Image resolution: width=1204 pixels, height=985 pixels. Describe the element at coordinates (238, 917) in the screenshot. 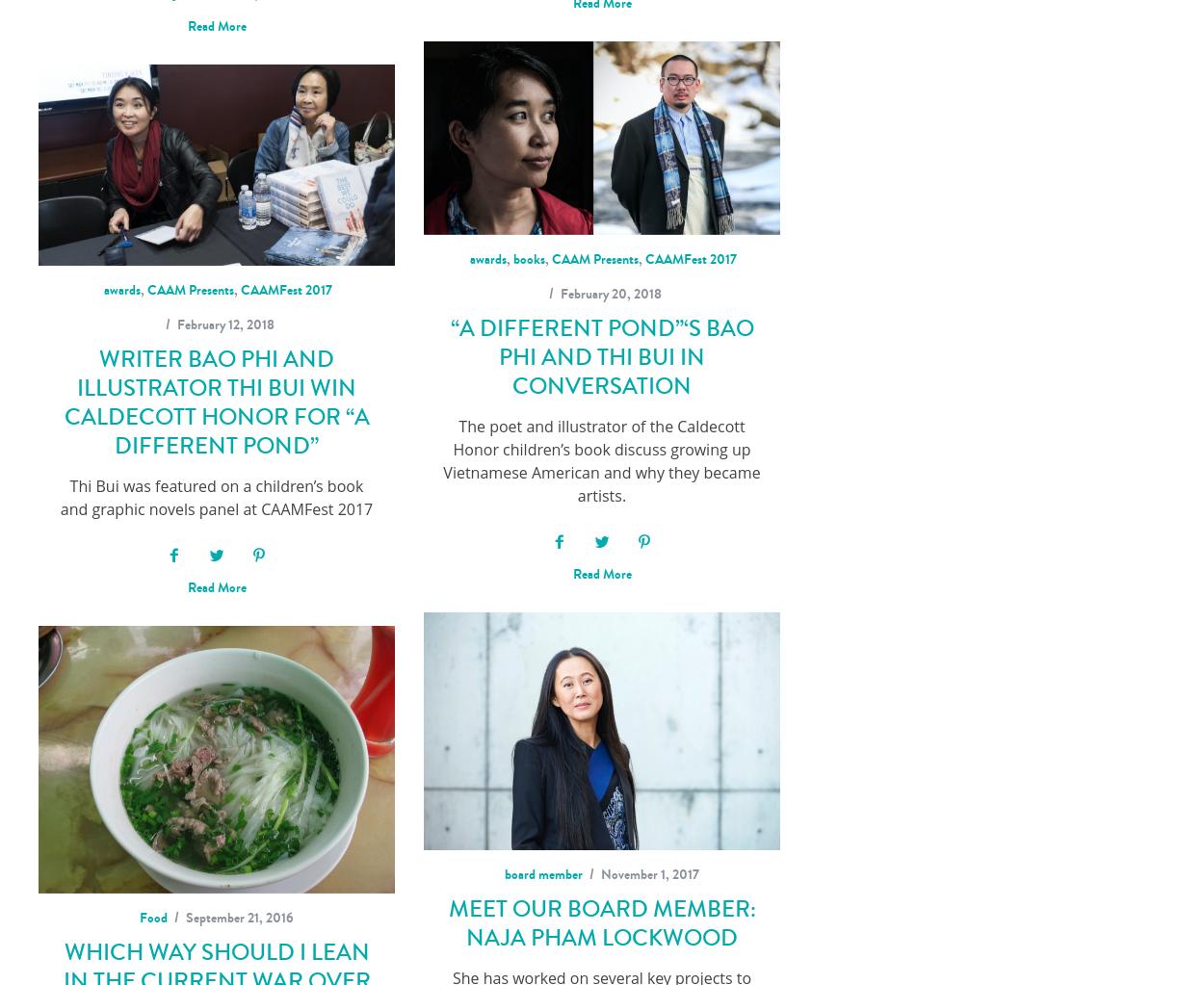

I see `'September 21, 2016'` at that location.